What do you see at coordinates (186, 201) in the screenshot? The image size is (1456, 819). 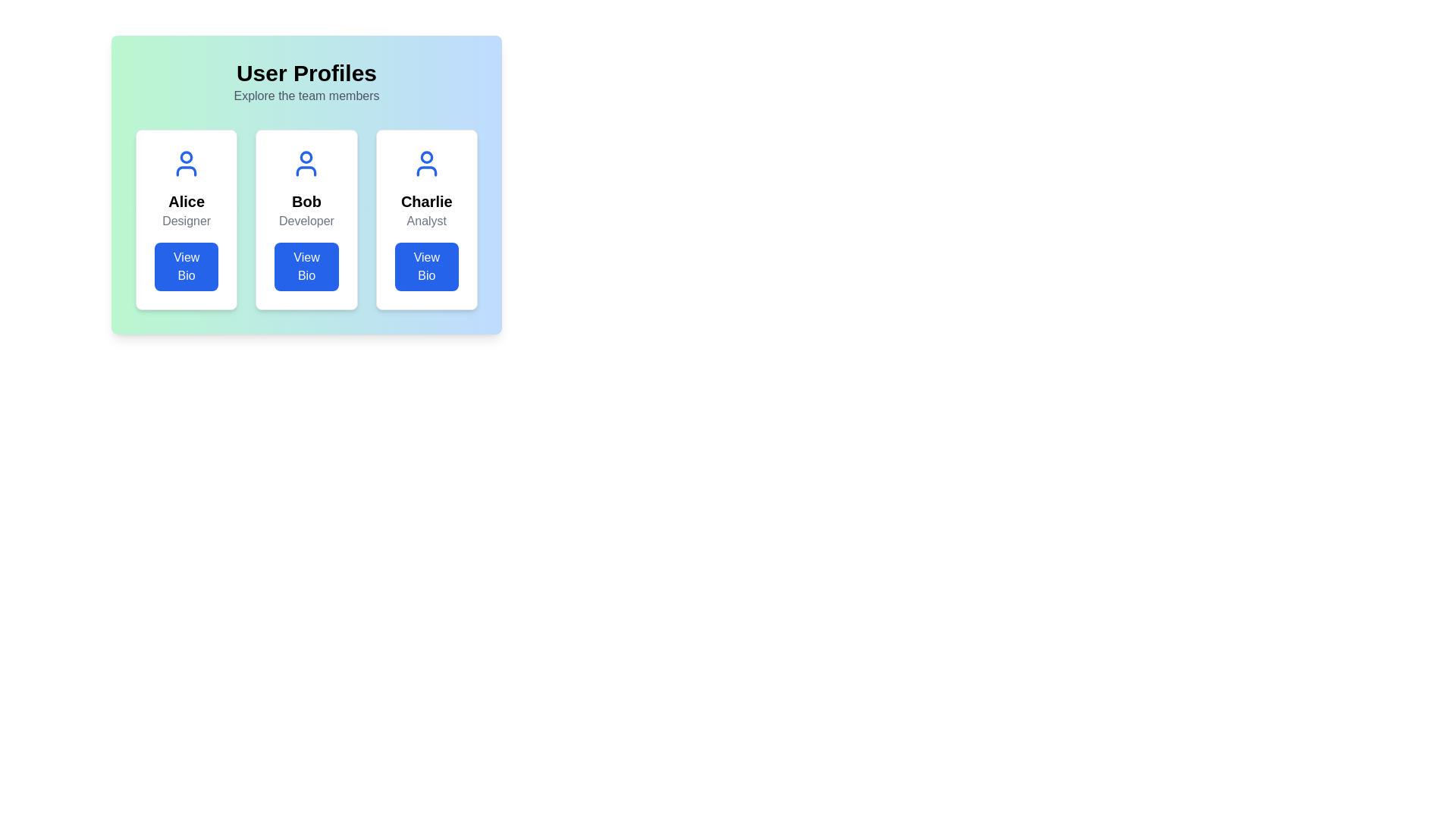 I see `the text label element displaying the name 'Alice', which is located in the first card of three horizontally aligned cards, below the user icon and above the descriptive text 'Designer'` at bounding box center [186, 201].